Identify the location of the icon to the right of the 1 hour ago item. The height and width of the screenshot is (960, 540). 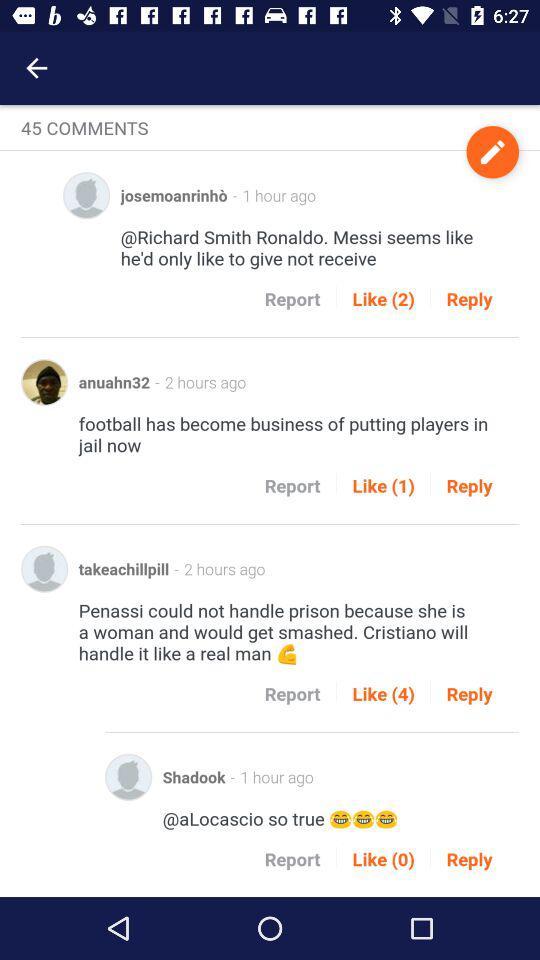
(491, 151).